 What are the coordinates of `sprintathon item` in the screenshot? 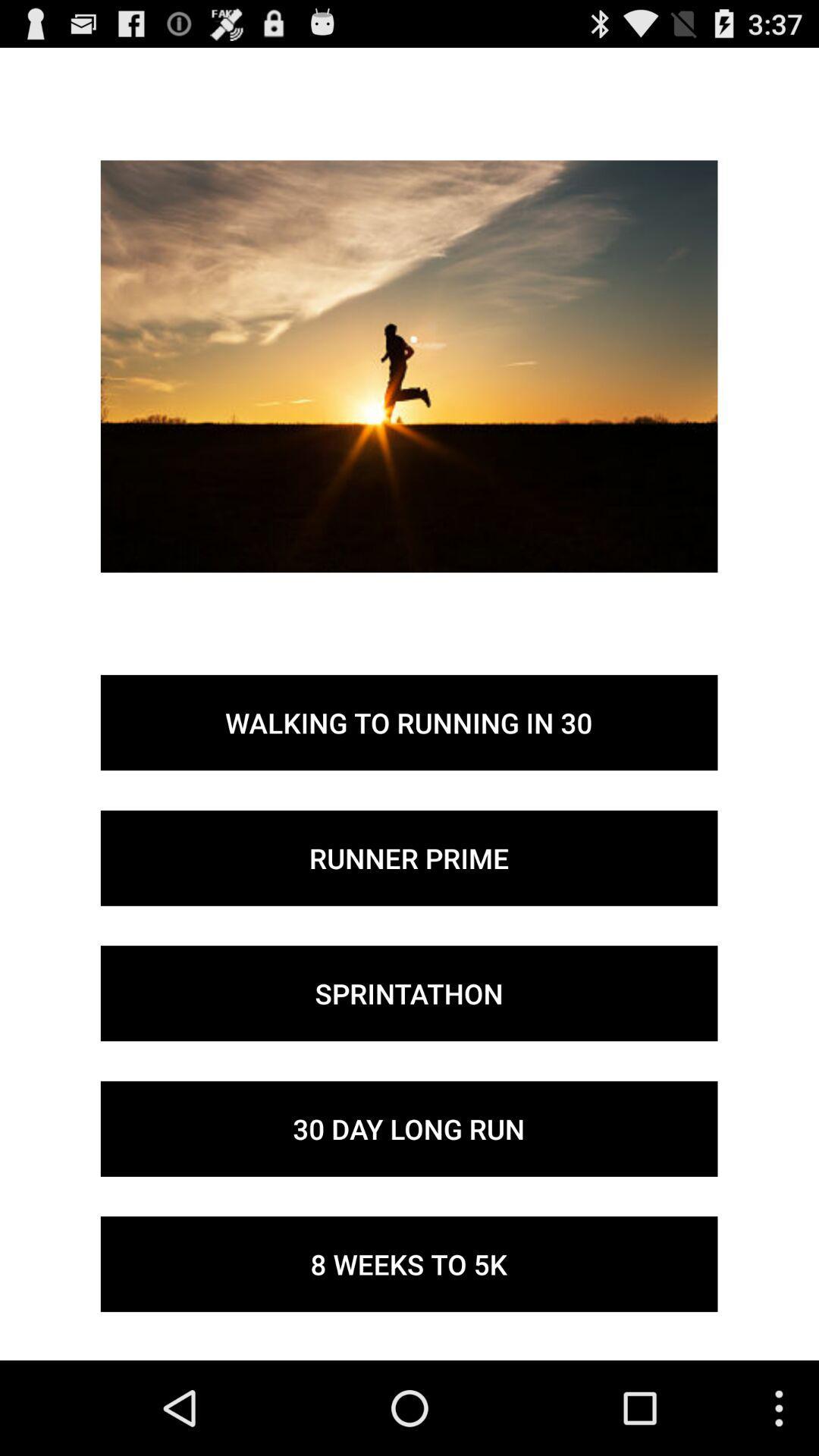 It's located at (408, 993).